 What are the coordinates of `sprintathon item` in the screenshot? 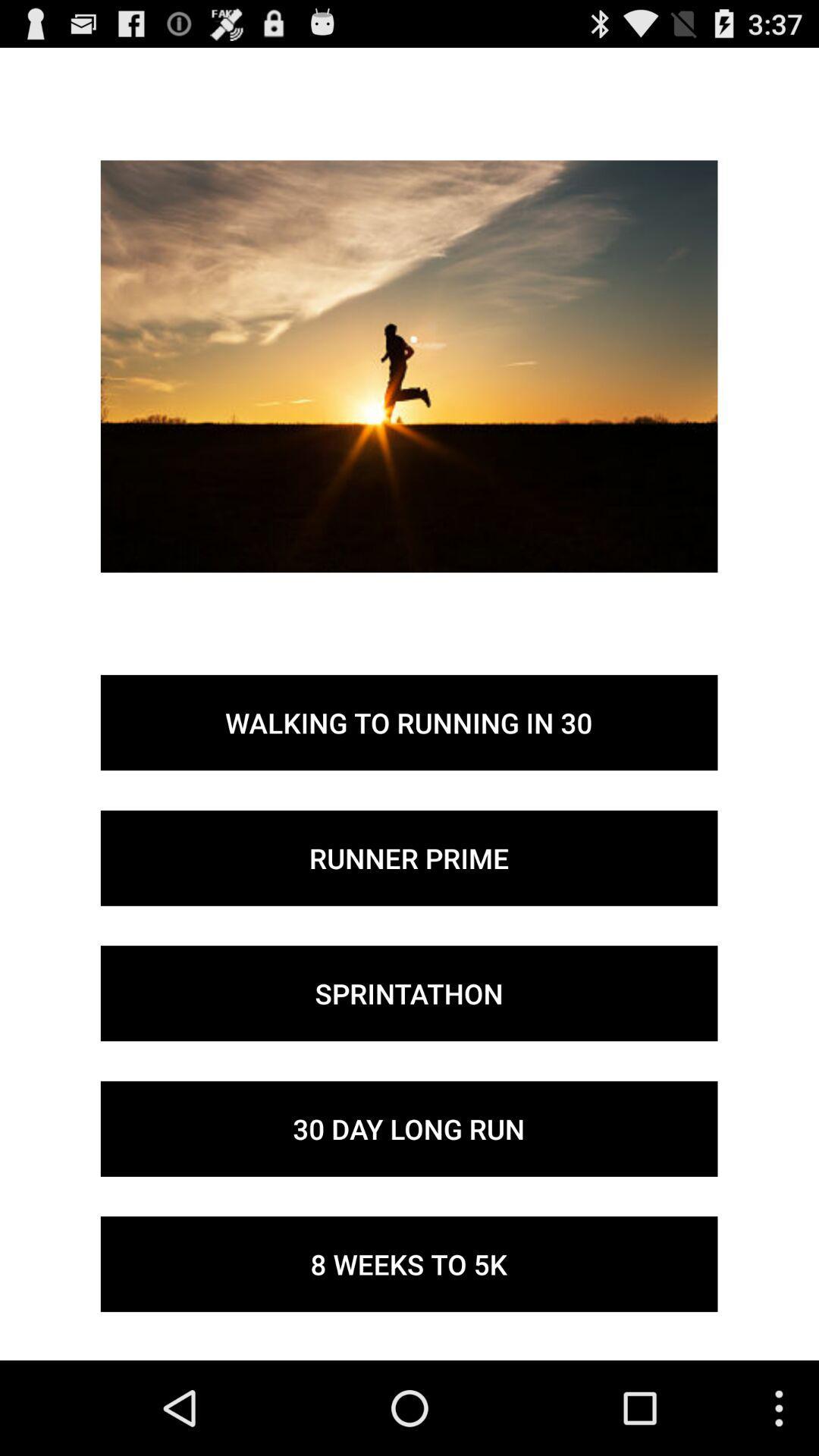 It's located at (408, 993).